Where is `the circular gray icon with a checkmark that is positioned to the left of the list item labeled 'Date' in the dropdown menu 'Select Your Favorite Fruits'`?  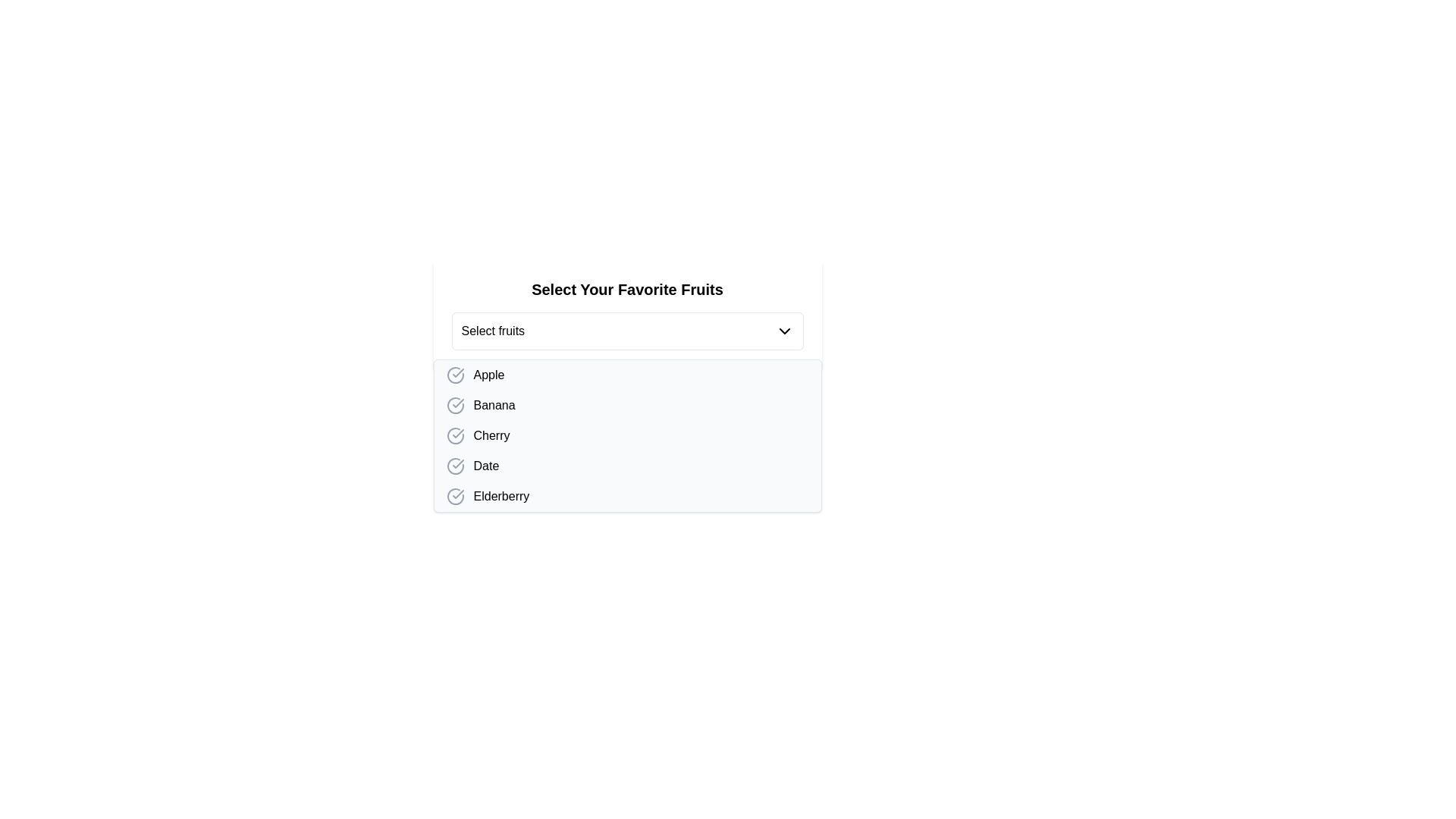 the circular gray icon with a checkmark that is positioned to the left of the list item labeled 'Date' in the dropdown menu 'Select Your Favorite Fruits' is located at coordinates (454, 465).